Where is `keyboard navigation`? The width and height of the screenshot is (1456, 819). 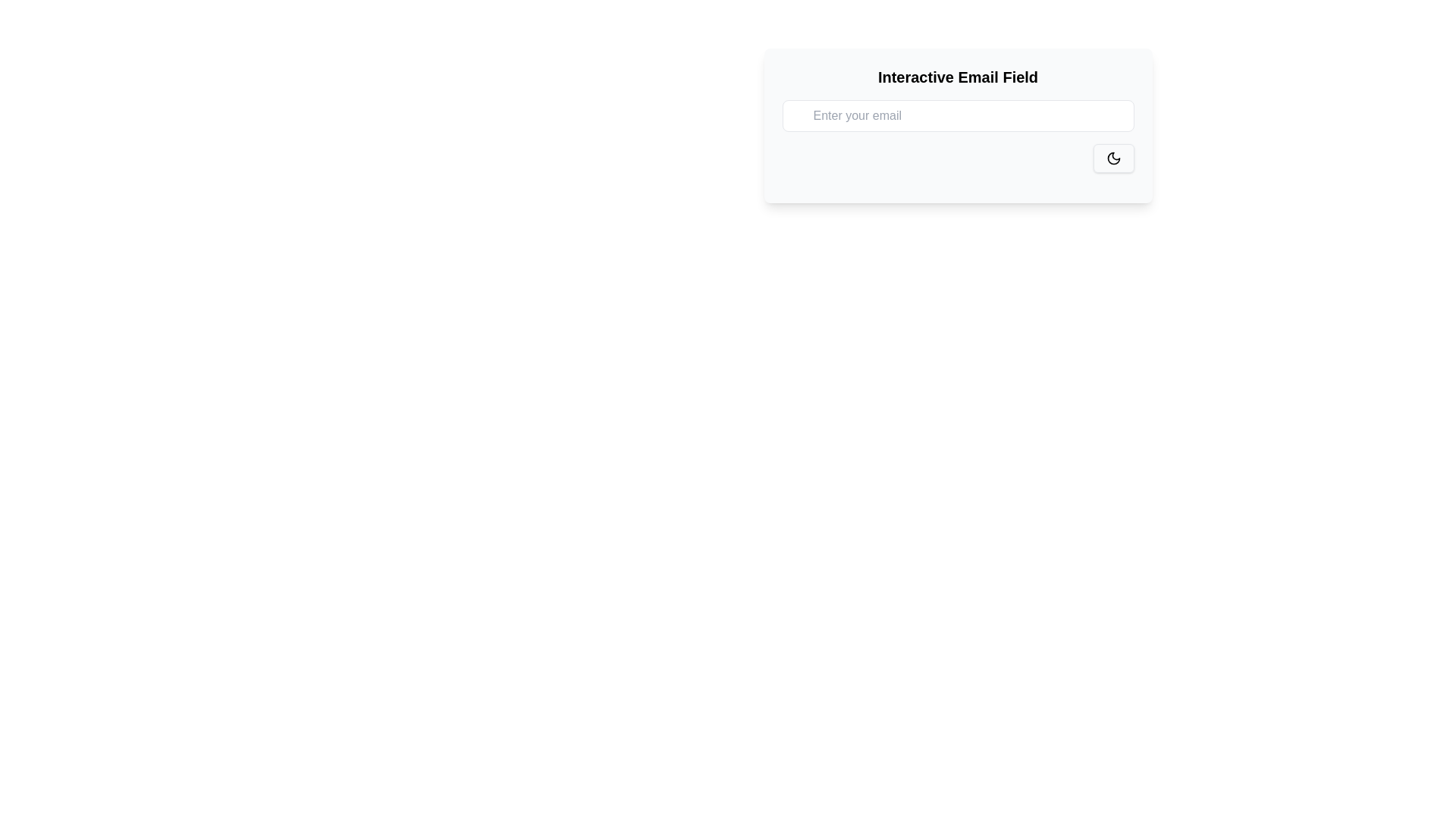
keyboard navigation is located at coordinates (1113, 158).